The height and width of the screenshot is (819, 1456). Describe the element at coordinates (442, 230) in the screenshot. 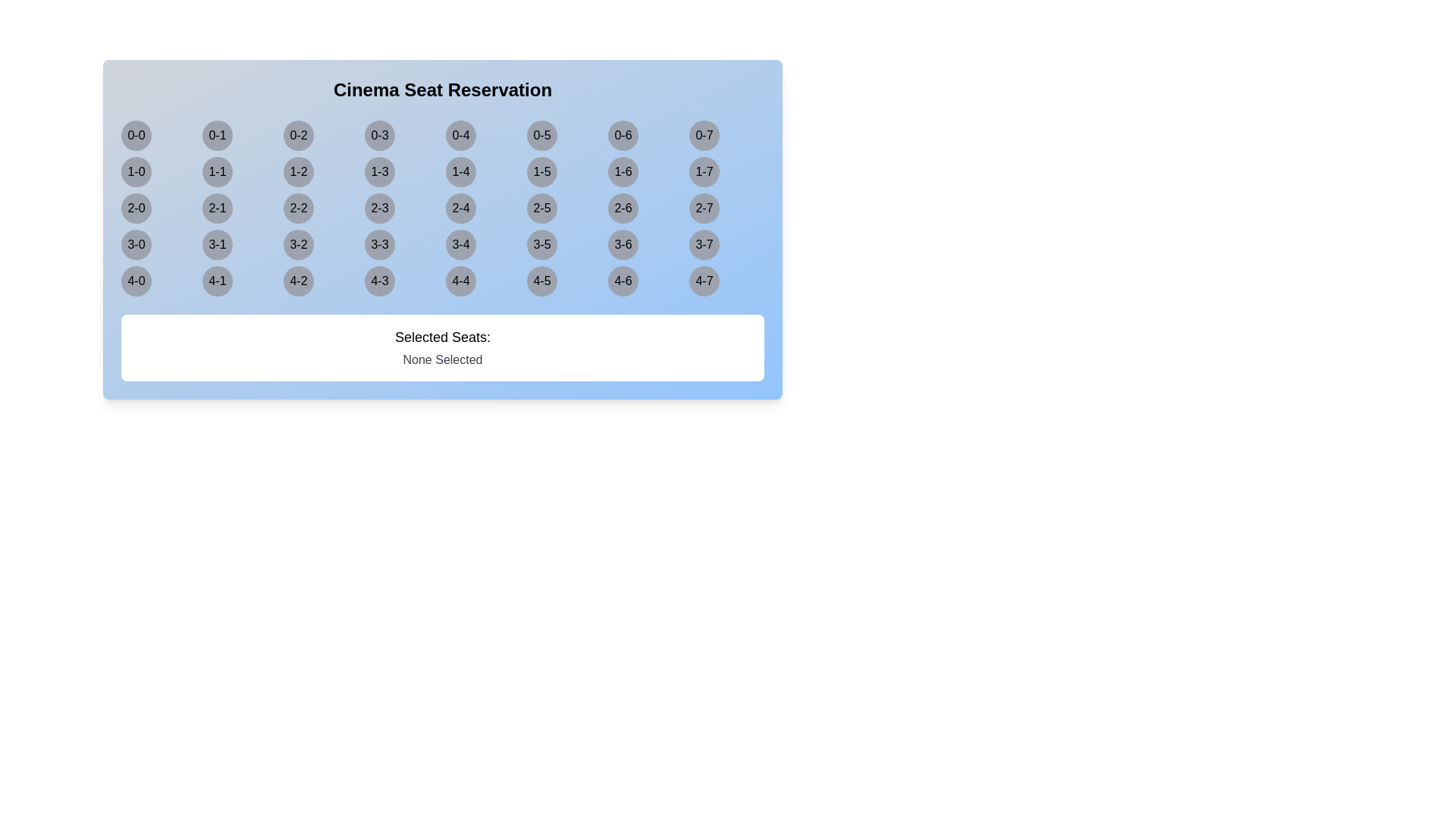

I see `the seat reservation interface` at that location.